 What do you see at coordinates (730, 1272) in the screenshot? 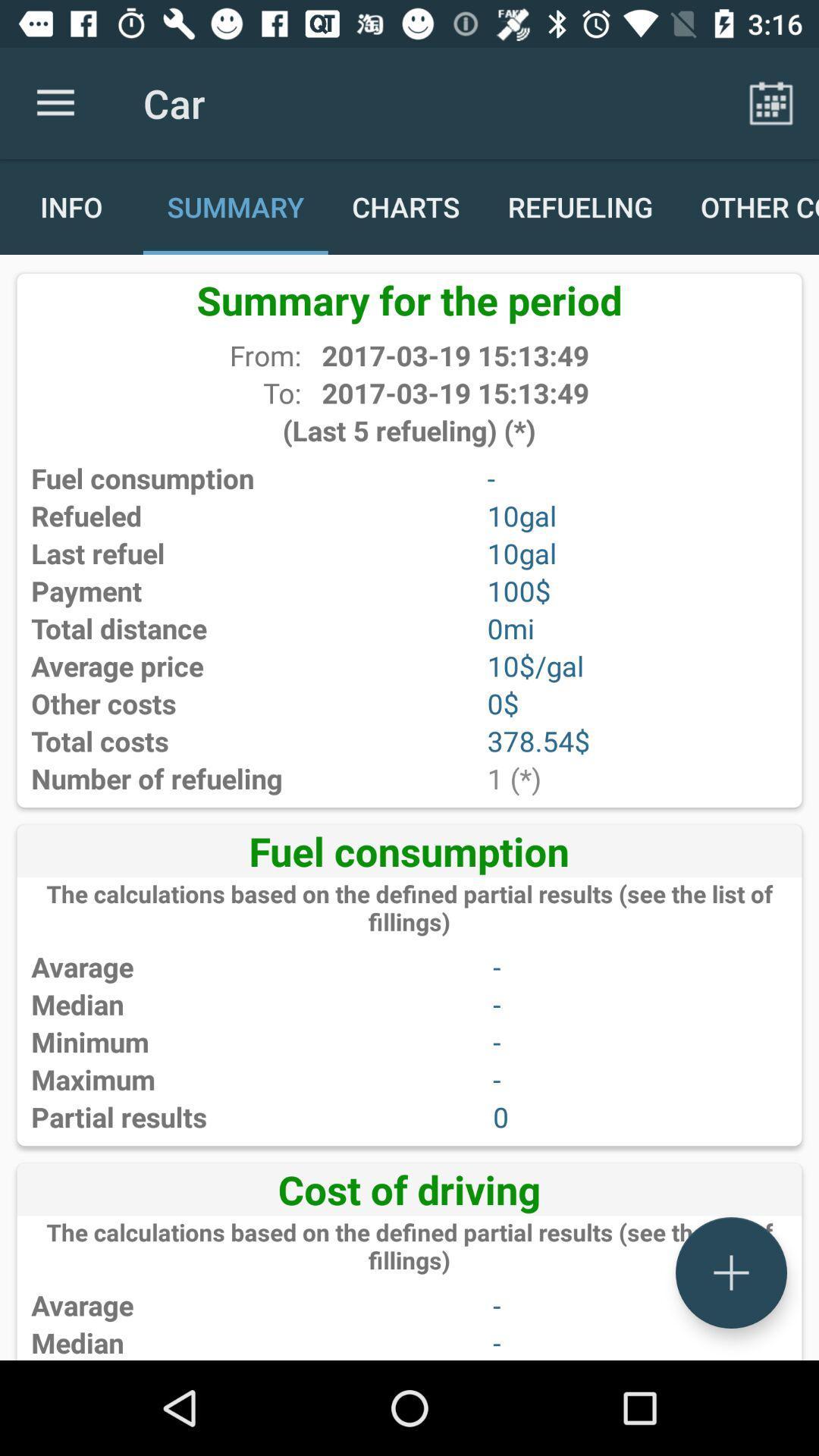
I see `adding button` at bounding box center [730, 1272].